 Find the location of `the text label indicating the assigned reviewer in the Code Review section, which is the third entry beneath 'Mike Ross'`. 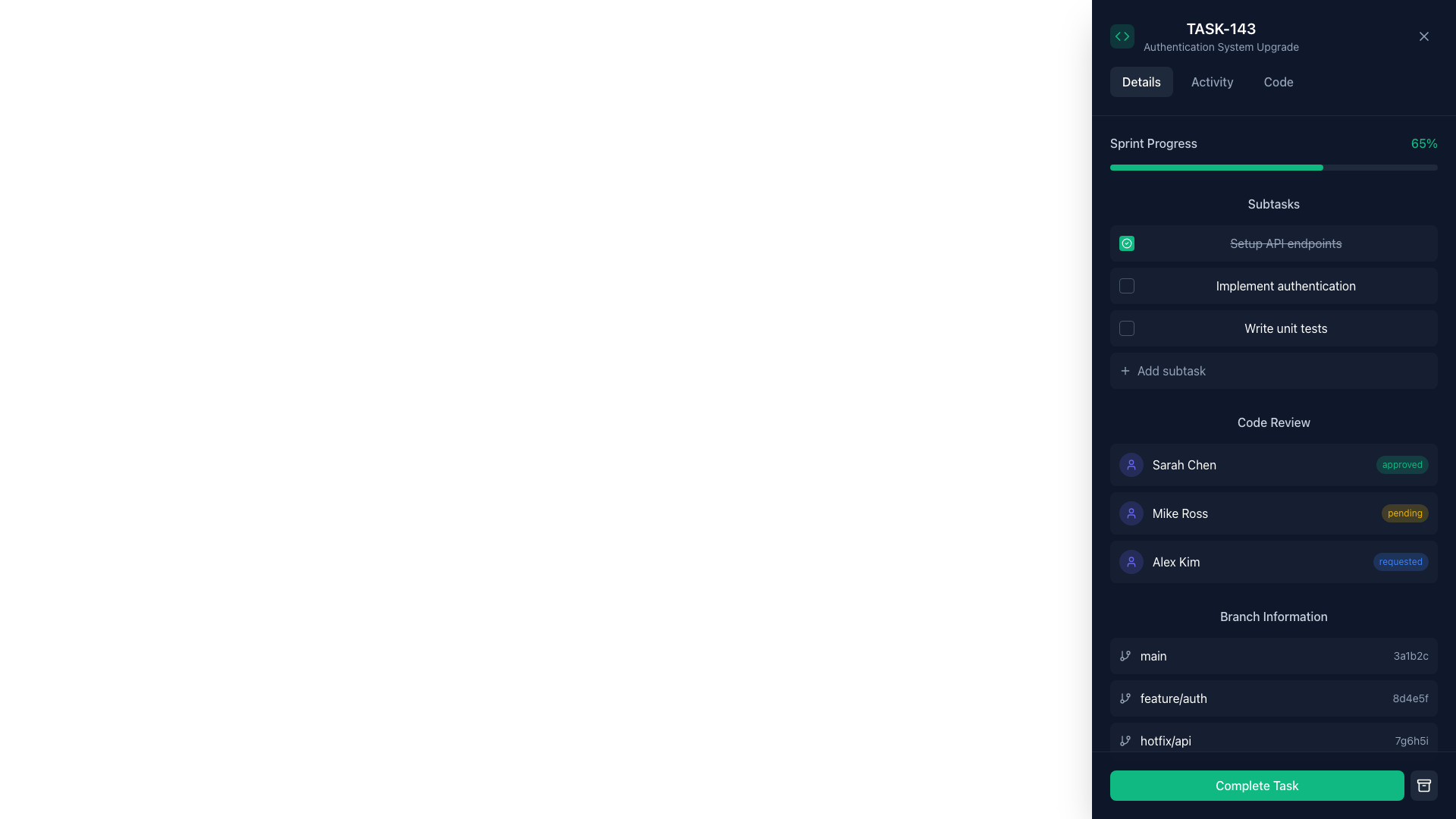

the text label indicating the assigned reviewer in the Code Review section, which is the third entry beneath 'Mike Ross' is located at coordinates (1175, 561).